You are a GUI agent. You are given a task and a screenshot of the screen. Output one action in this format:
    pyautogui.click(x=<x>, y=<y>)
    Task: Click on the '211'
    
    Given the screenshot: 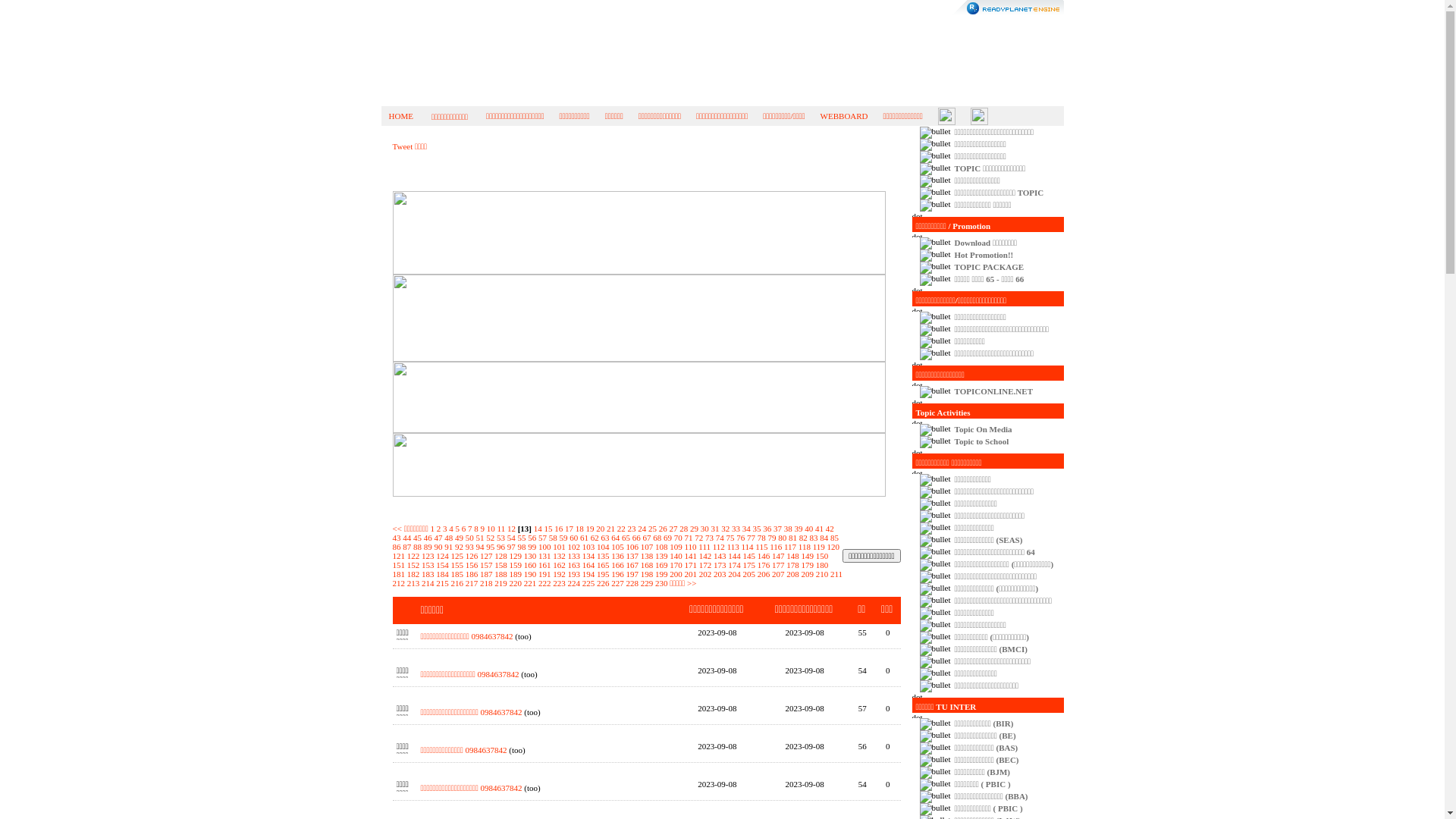 What is the action you would take?
    pyautogui.click(x=829, y=573)
    